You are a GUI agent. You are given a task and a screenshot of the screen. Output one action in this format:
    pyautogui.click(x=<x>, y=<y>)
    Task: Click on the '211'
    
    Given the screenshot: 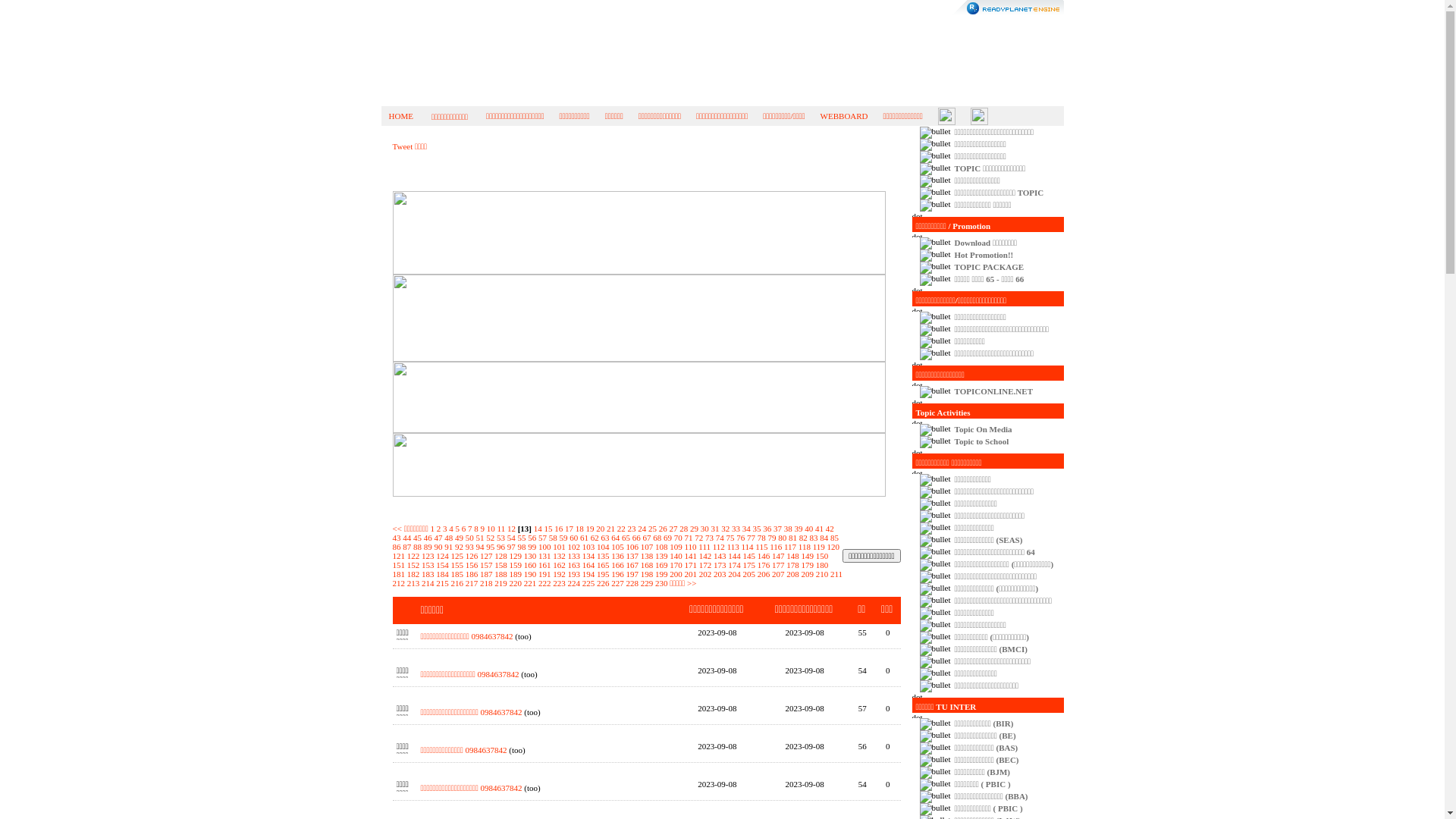 What is the action you would take?
    pyautogui.click(x=829, y=573)
    